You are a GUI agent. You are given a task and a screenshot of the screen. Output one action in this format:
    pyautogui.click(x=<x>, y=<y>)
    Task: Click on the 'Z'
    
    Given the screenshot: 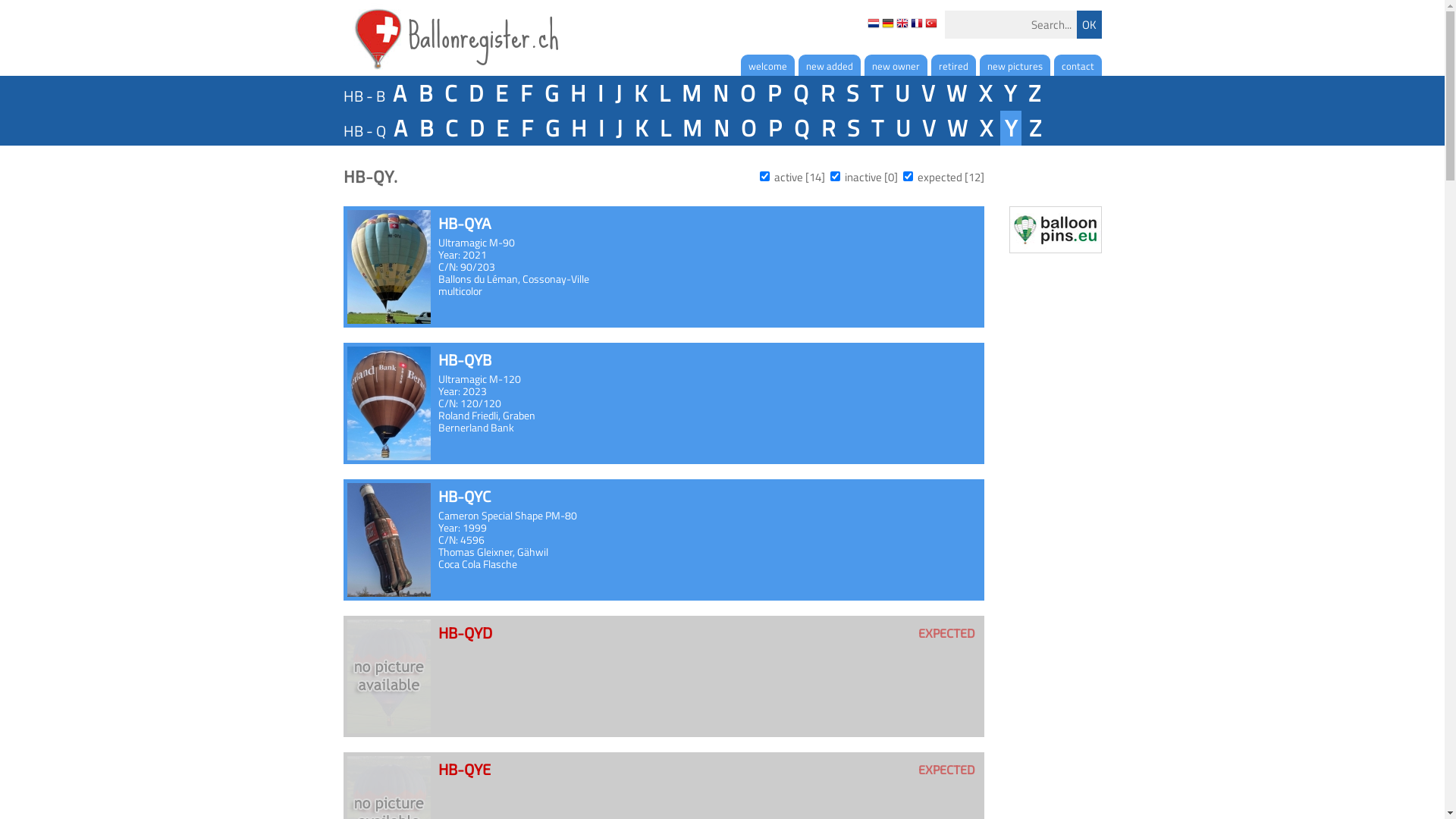 What is the action you would take?
    pyautogui.click(x=1033, y=127)
    